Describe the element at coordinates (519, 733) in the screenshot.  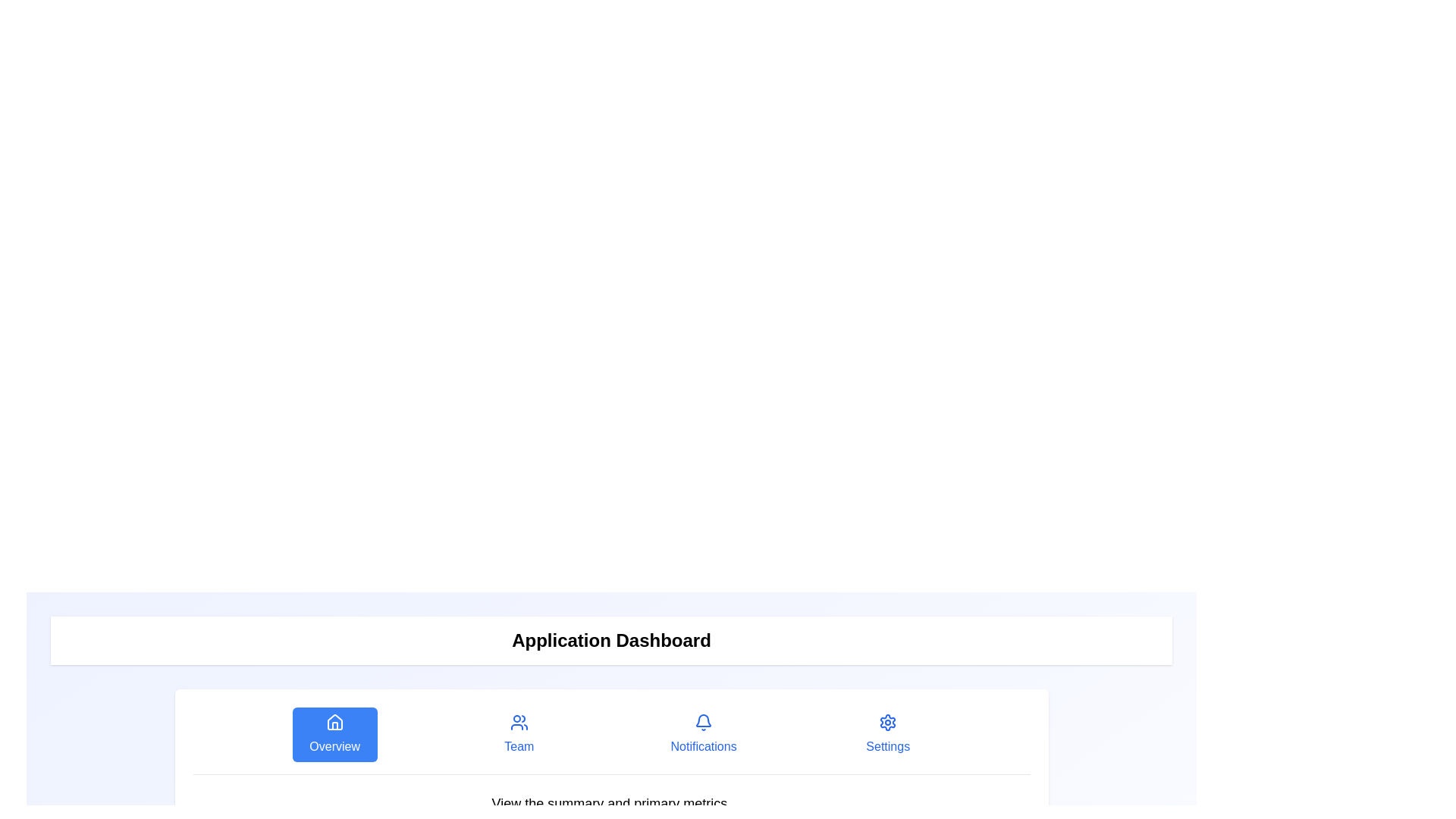
I see `the 'Team' button, which features an icon of a group of people with blue outlines and has a light blue background upon hovering. It is the second button from the left in a horizontal navbar located at the lower section of the application's header area` at that location.